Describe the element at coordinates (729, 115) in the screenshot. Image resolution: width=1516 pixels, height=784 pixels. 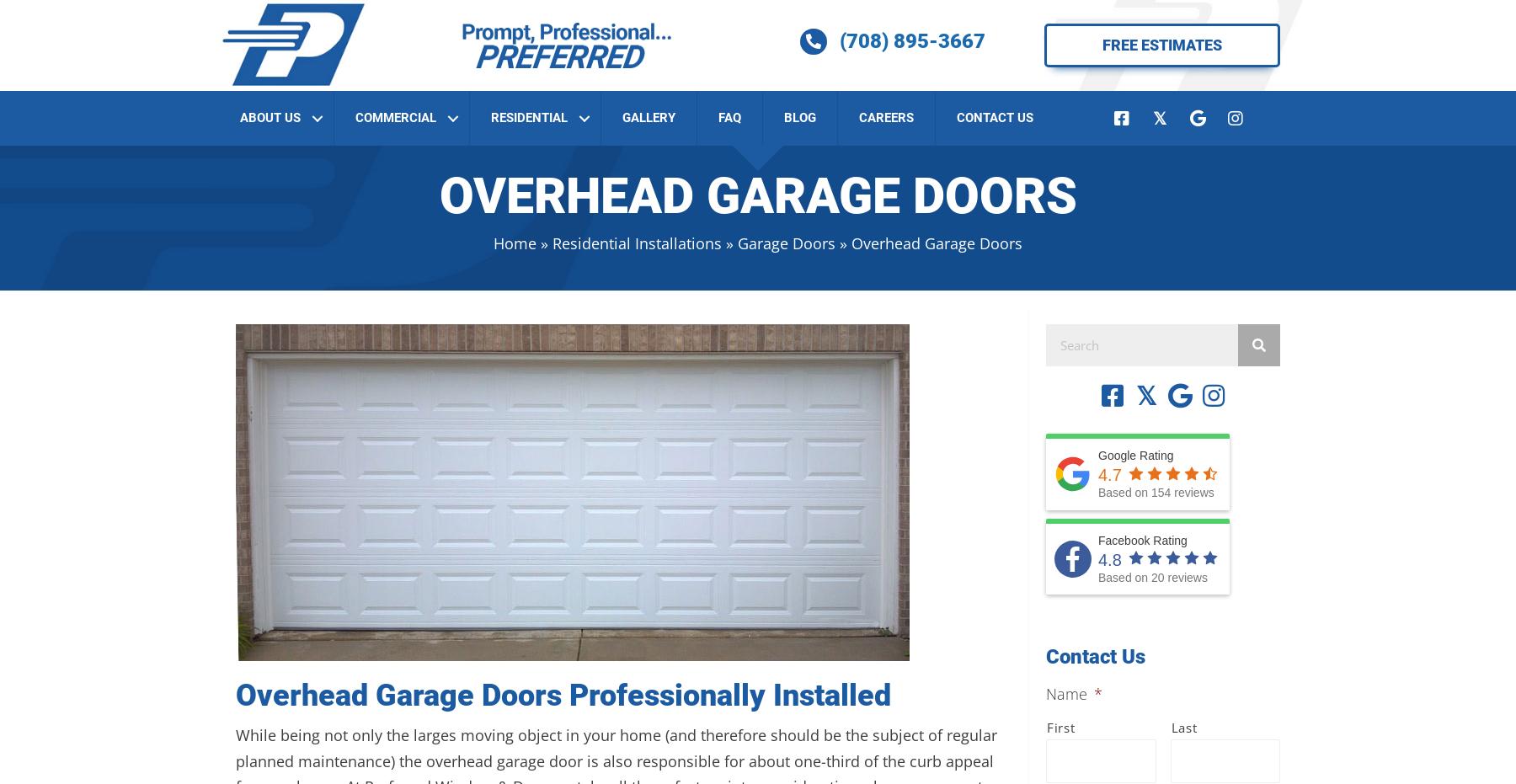
I see `'FAQ'` at that location.